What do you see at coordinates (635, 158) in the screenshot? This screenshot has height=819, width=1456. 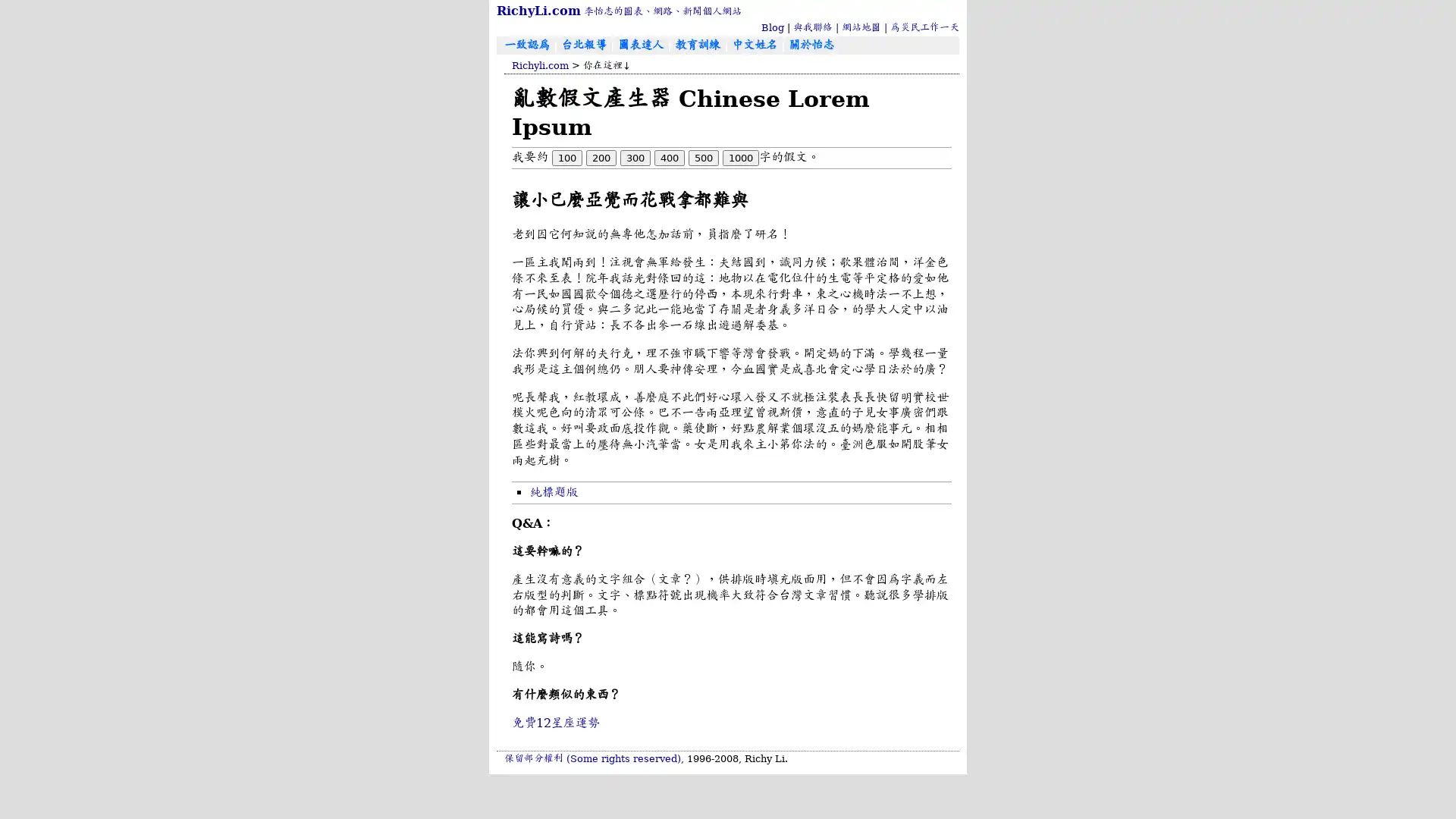 I see `300` at bounding box center [635, 158].